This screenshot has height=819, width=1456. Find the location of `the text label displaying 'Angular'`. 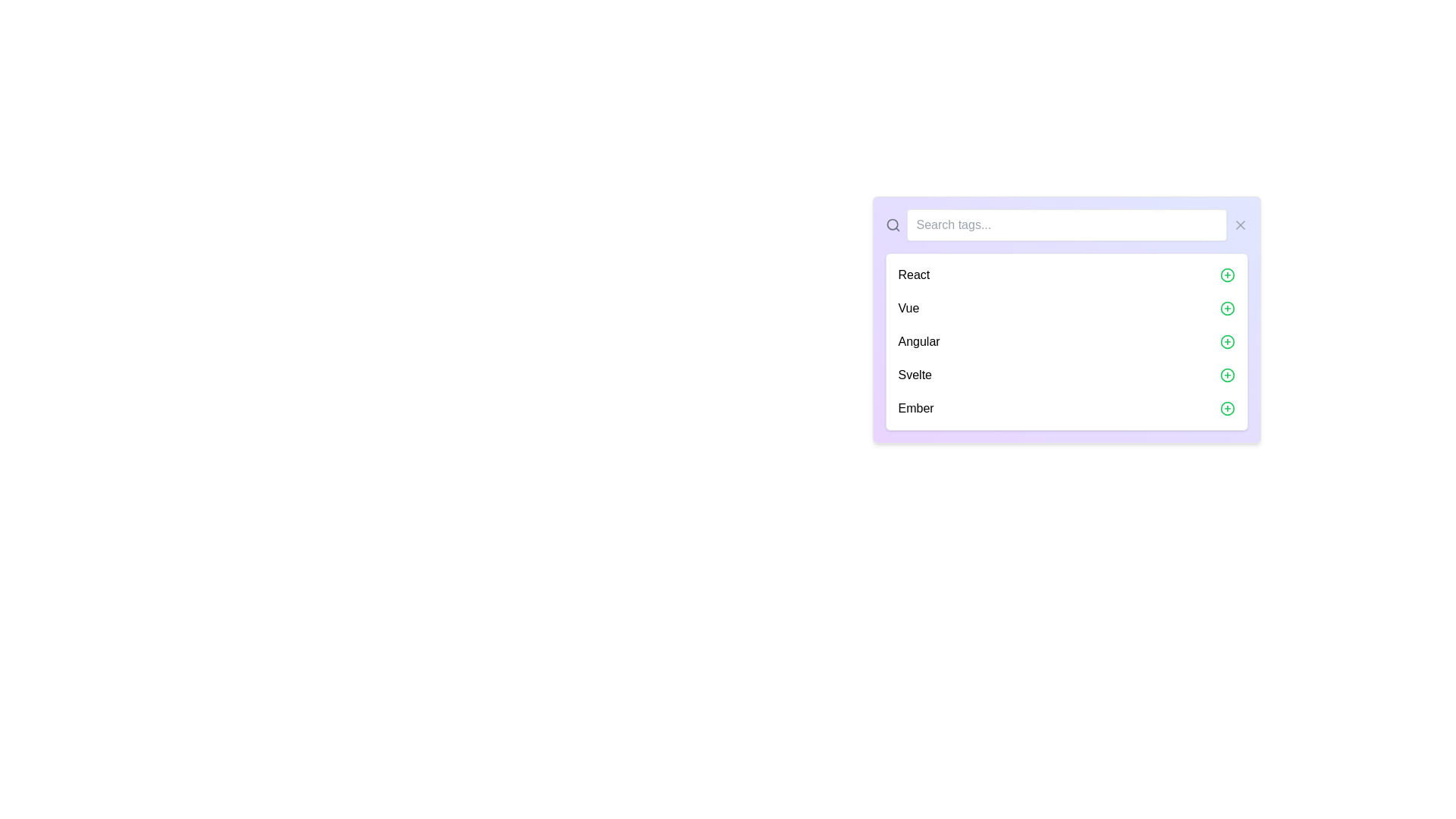

the text label displaying 'Angular' is located at coordinates (918, 342).